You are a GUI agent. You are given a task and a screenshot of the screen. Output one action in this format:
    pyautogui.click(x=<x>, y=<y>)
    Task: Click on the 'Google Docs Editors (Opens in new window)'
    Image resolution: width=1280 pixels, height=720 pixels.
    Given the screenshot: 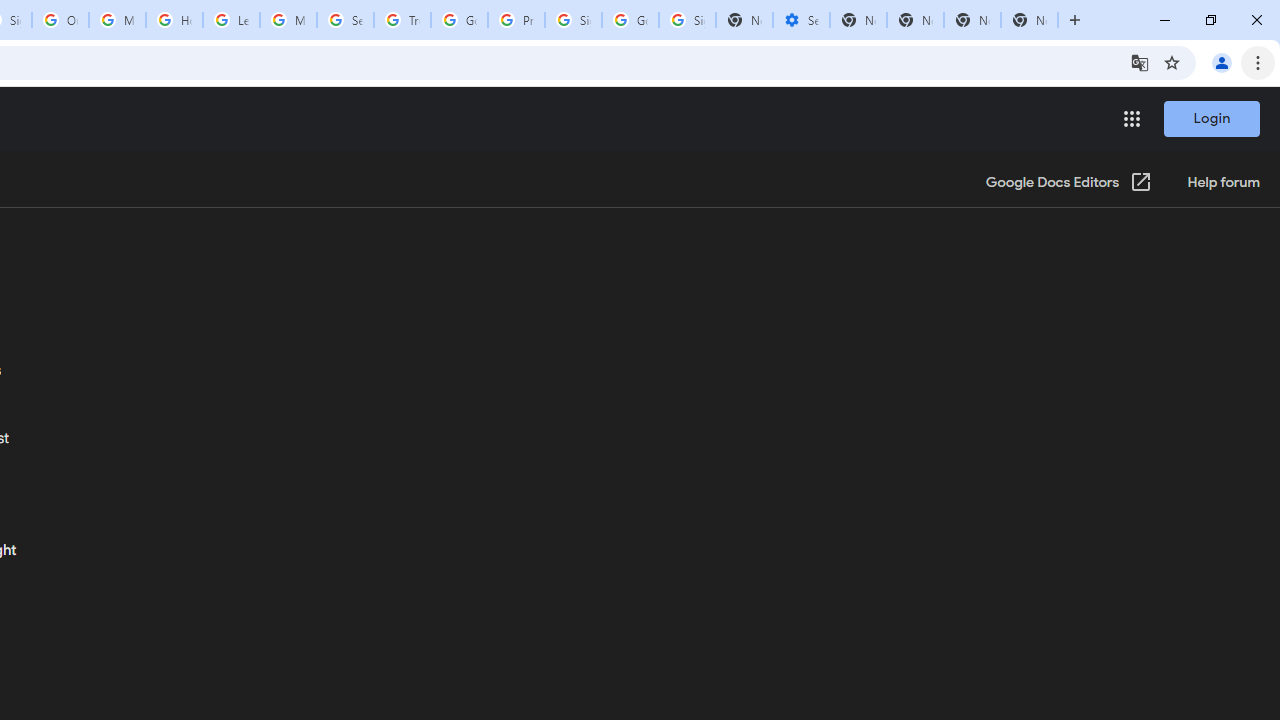 What is the action you would take?
    pyautogui.click(x=1068, y=183)
    